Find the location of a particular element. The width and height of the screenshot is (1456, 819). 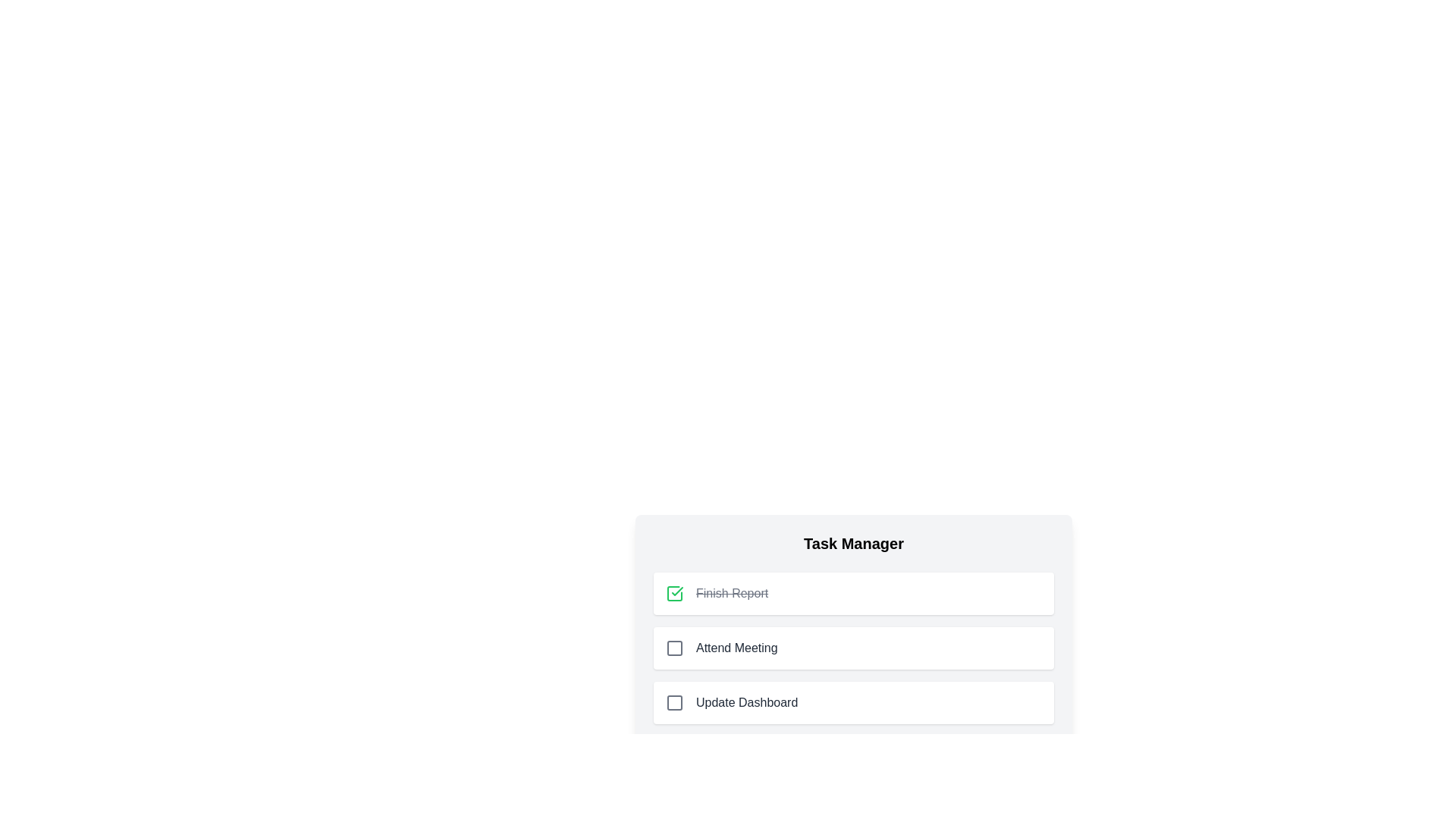

SVG rectangle part of the checkbox located inside the second list item of the task manager, which is next to the 'Attend Meeting' label, for debugging purposes is located at coordinates (673, 648).